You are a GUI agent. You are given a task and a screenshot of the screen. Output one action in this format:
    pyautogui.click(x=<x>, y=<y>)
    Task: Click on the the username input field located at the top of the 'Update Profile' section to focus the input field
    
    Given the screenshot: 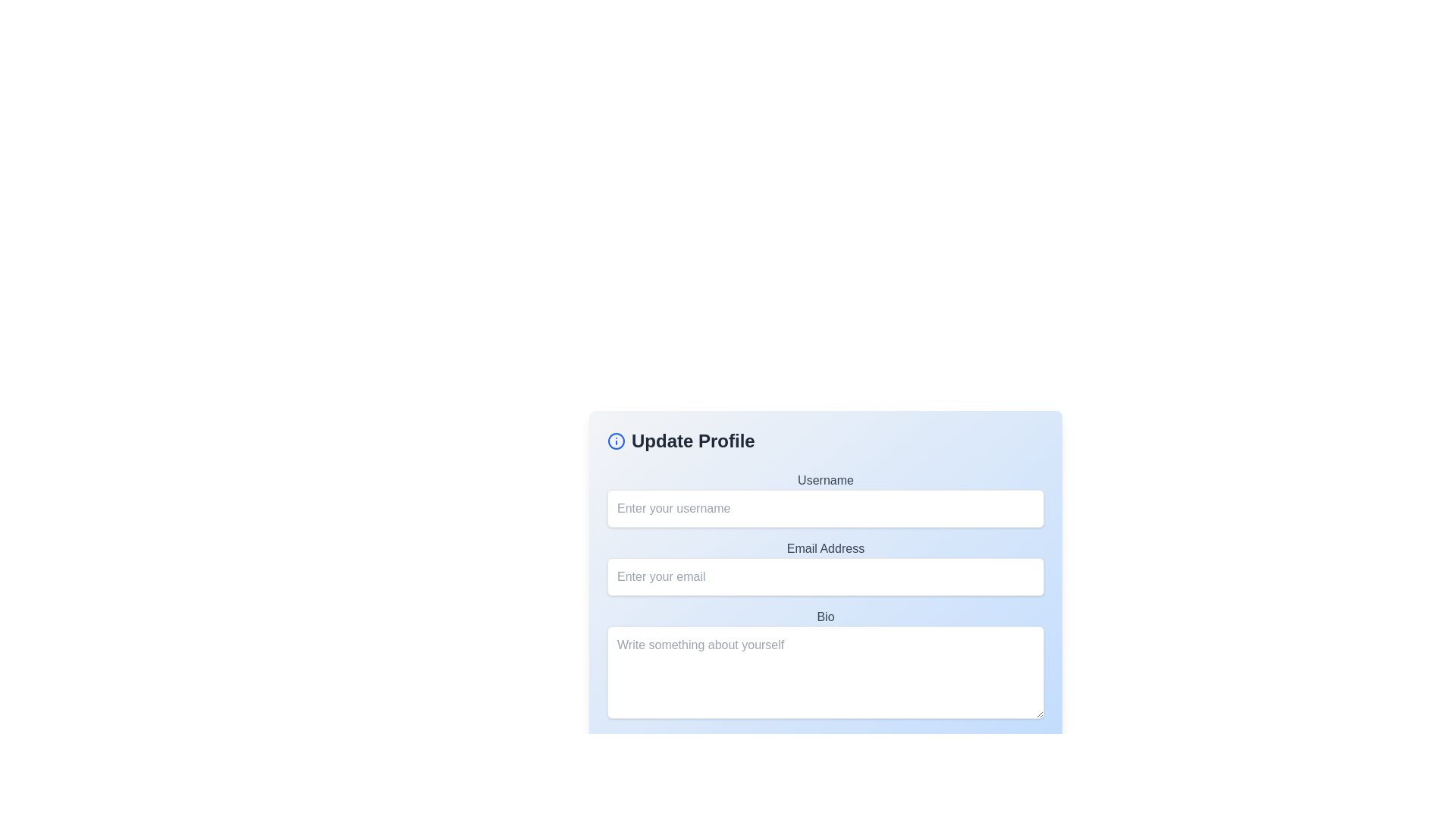 What is the action you would take?
    pyautogui.click(x=825, y=500)
    